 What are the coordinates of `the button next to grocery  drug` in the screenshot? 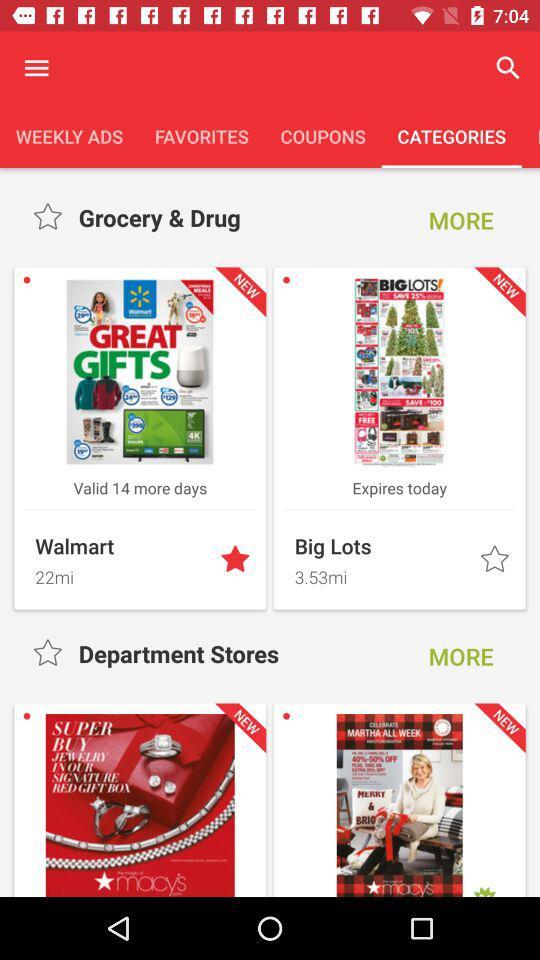 It's located at (461, 220).